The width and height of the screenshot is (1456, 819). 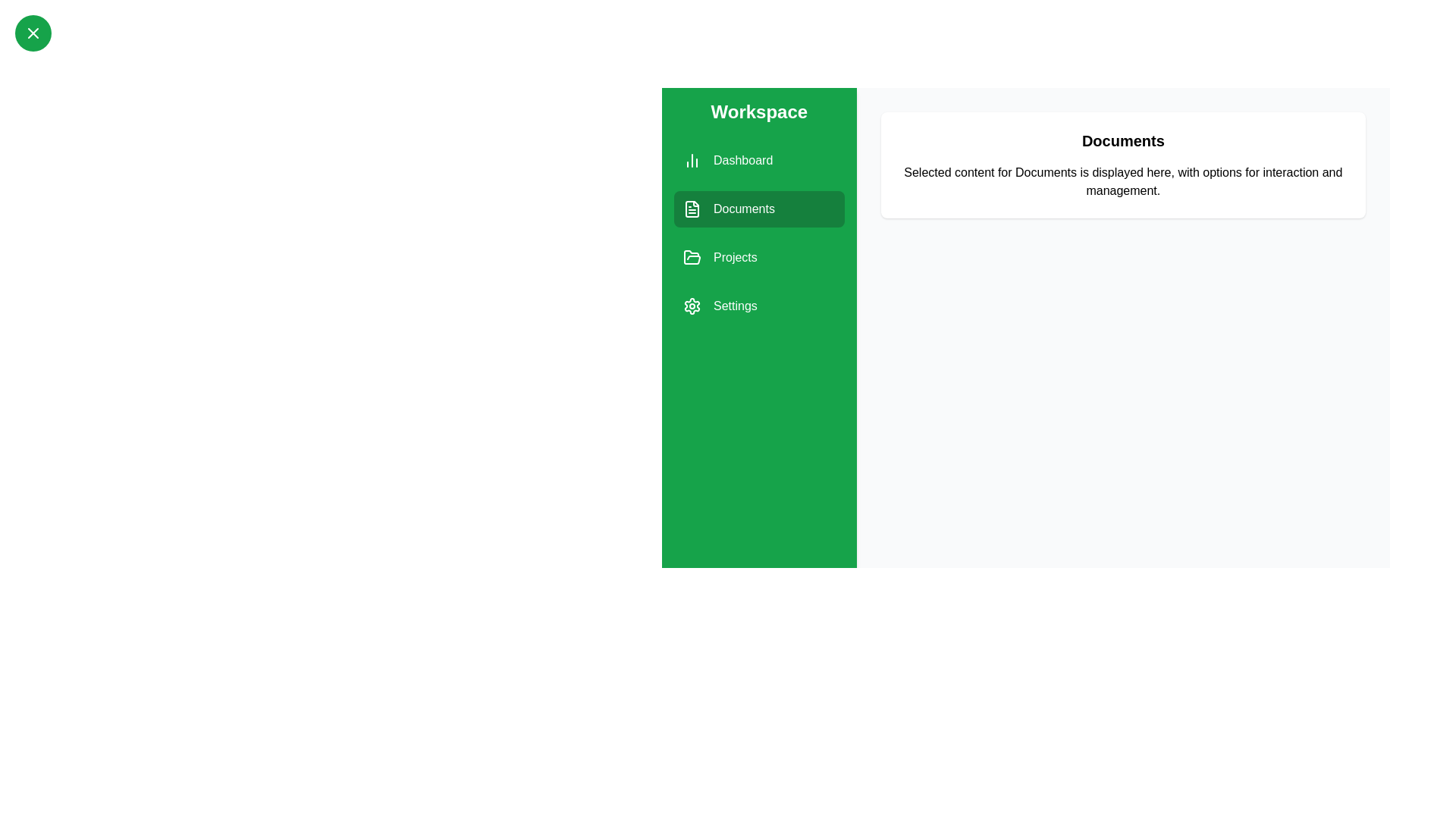 What do you see at coordinates (759, 256) in the screenshot?
I see `the Projects section from the sidebar` at bounding box center [759, 256].